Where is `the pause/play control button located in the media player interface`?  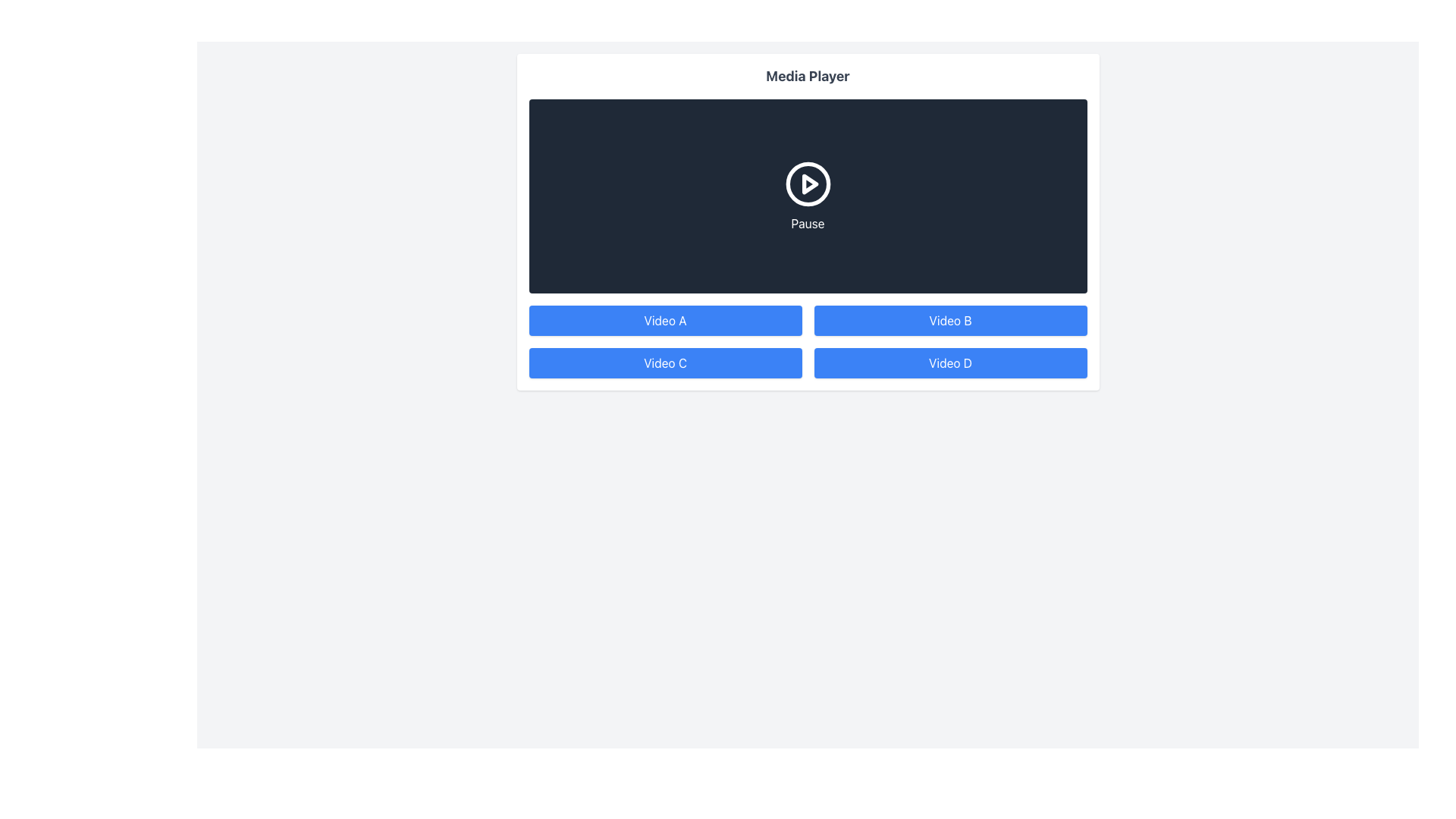 the pause/play control button located in the media player interface is located at coordinates (807, 195).